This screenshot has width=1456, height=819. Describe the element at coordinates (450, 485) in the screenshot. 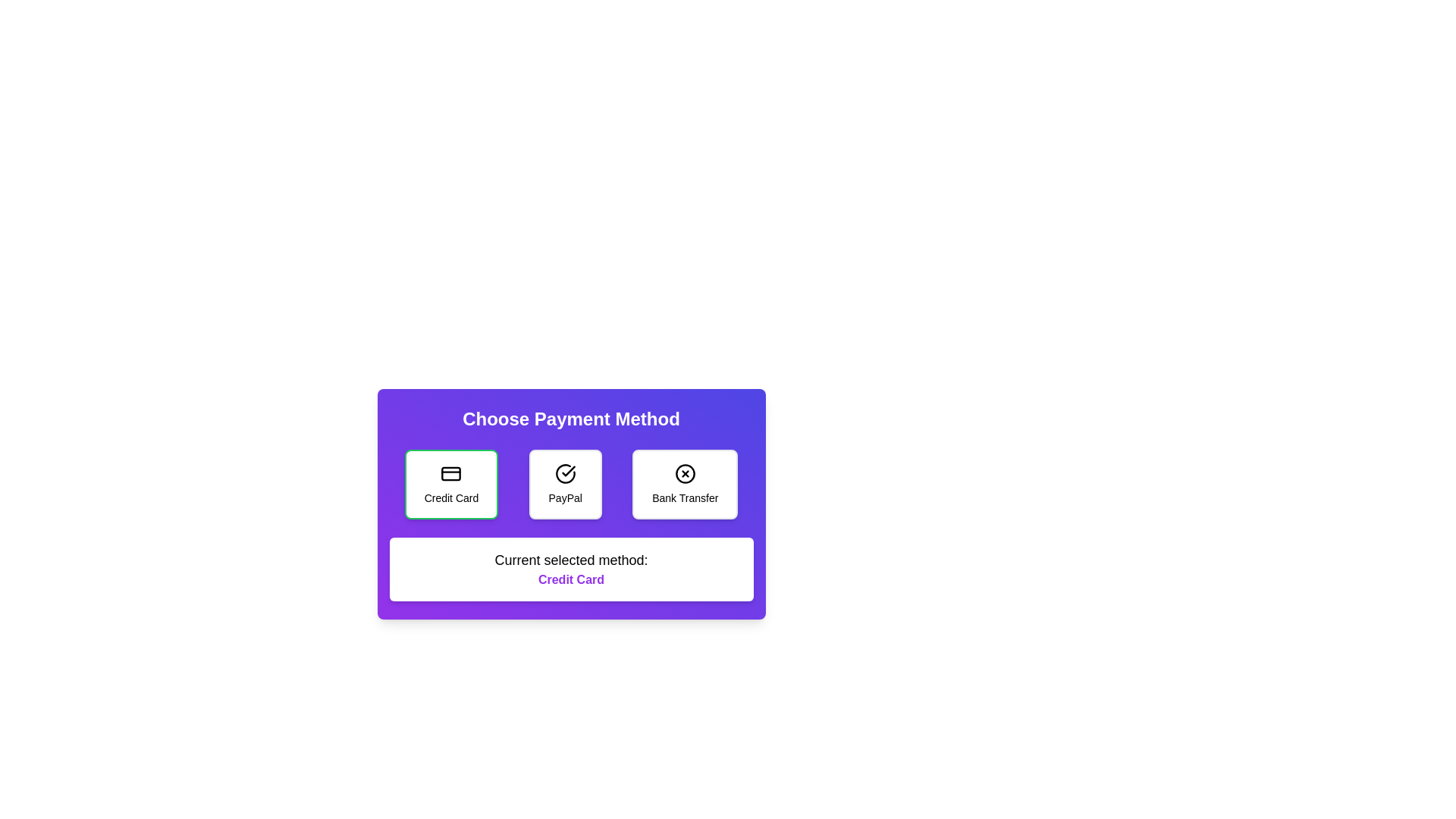

I see `the button corresponding to the payment method Credit Card` at that location.